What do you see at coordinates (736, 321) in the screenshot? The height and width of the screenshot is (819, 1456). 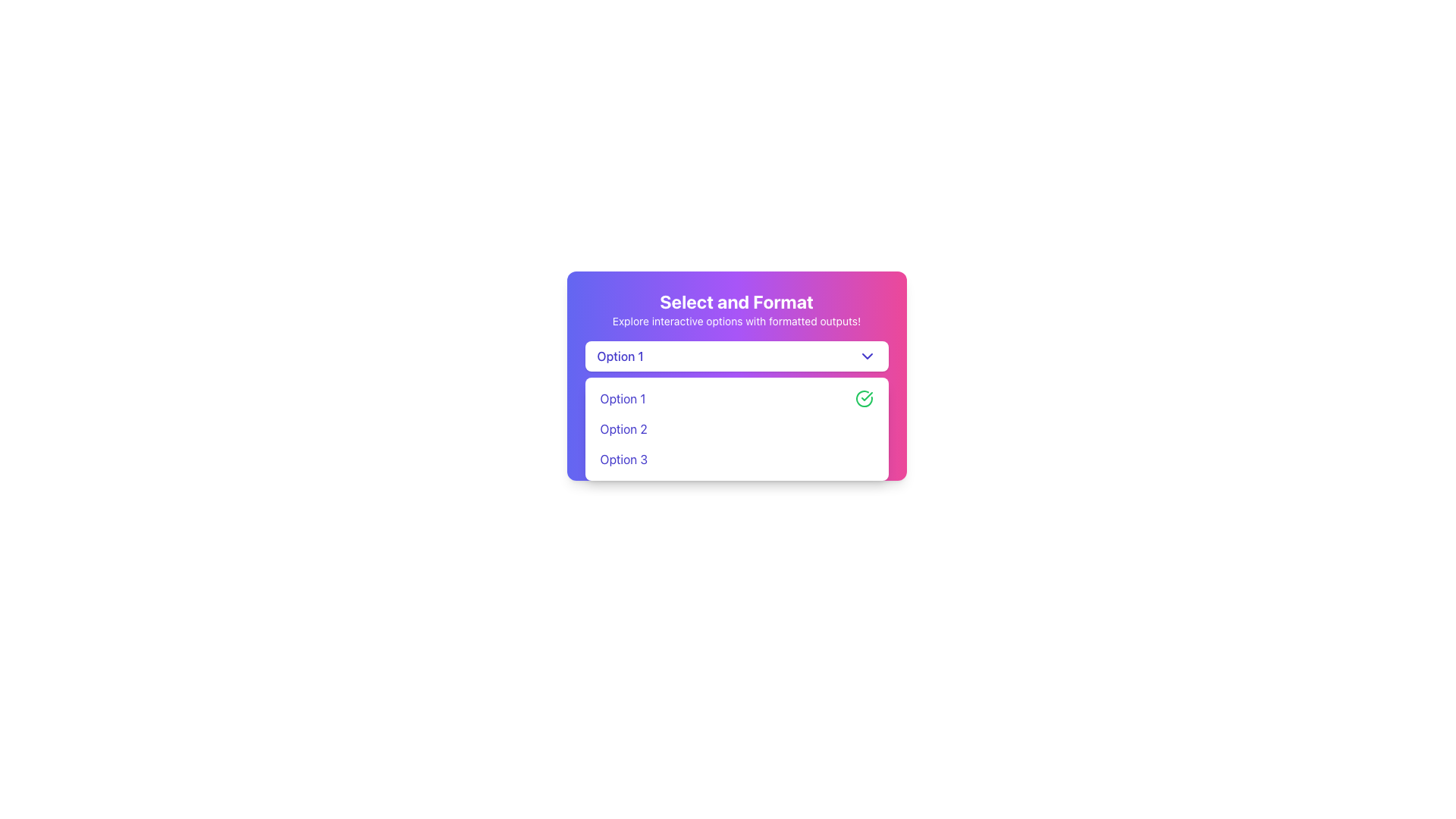 I see `the static text label that provides additional information below the header 'Select and Format'` at bounding box center [736, 321].